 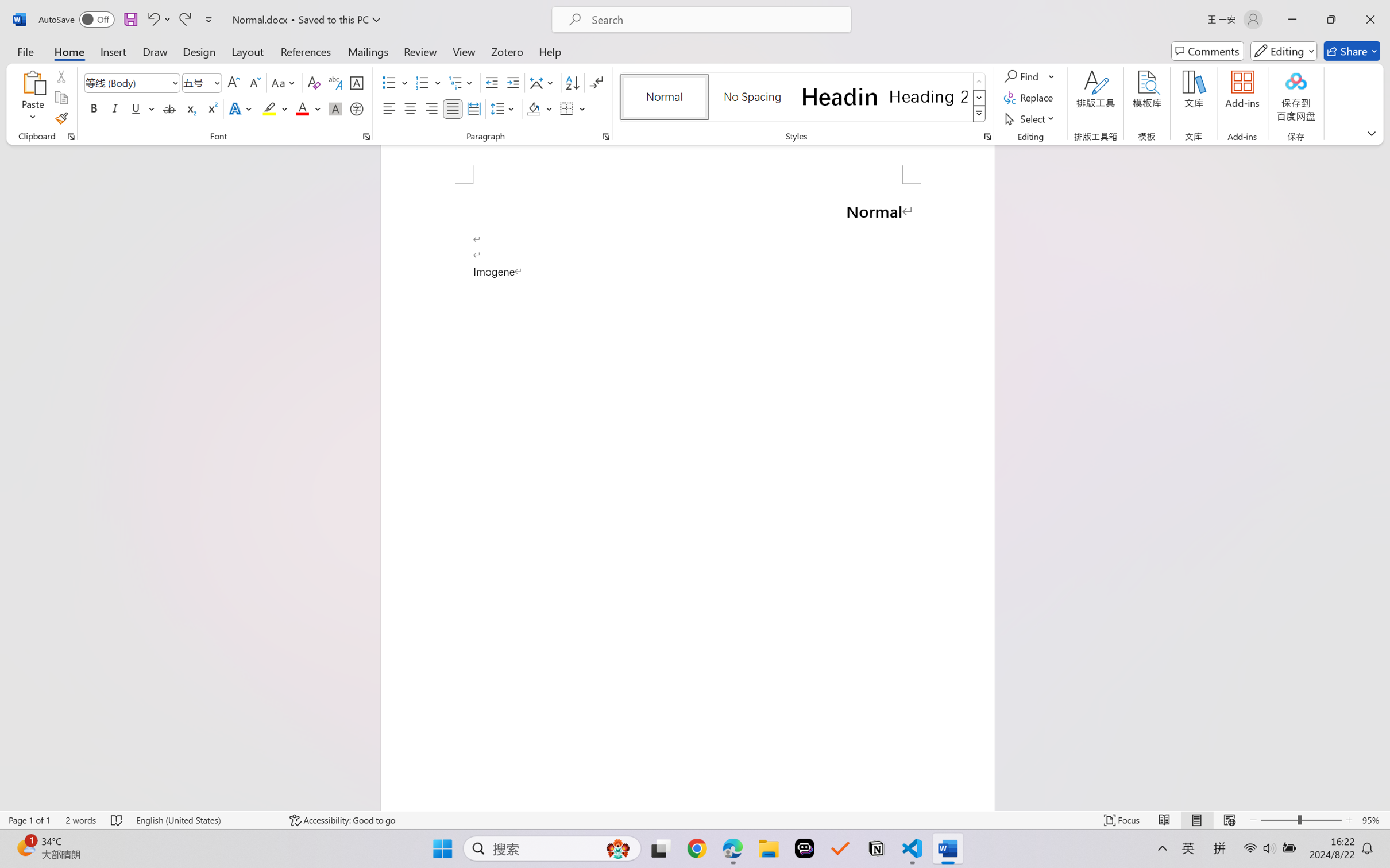 I want to click on 'Change Case', so click(x=283, y=83).